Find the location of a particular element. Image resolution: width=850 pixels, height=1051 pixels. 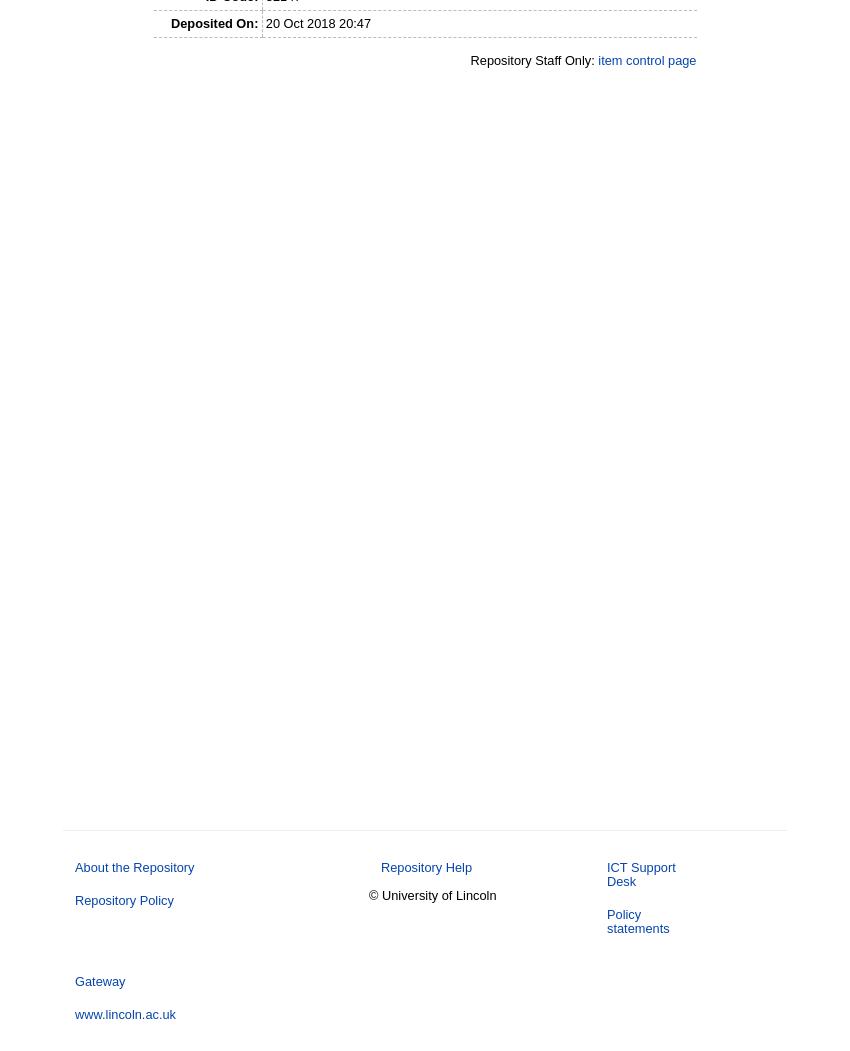

'item control page' is located at coordinates (596, 59).